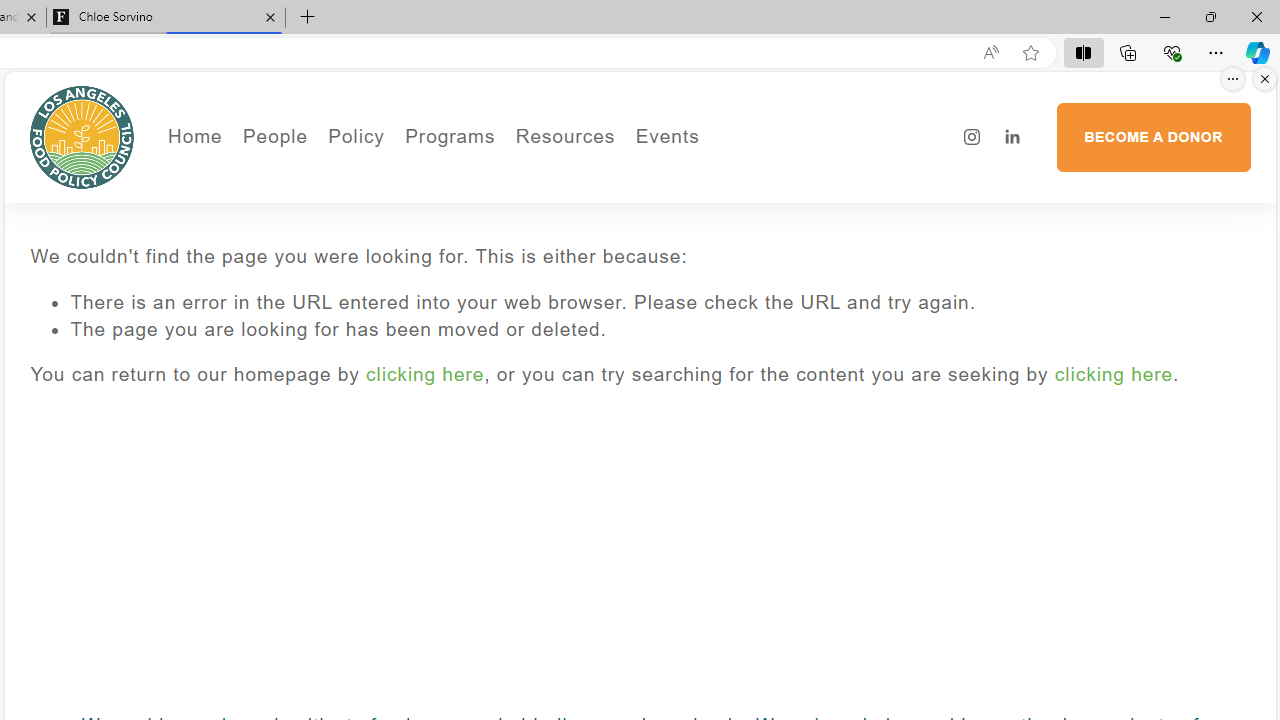 The height and width of the screenshot is (720, 1280). I want to click on 'Policy', so click(356, 136).